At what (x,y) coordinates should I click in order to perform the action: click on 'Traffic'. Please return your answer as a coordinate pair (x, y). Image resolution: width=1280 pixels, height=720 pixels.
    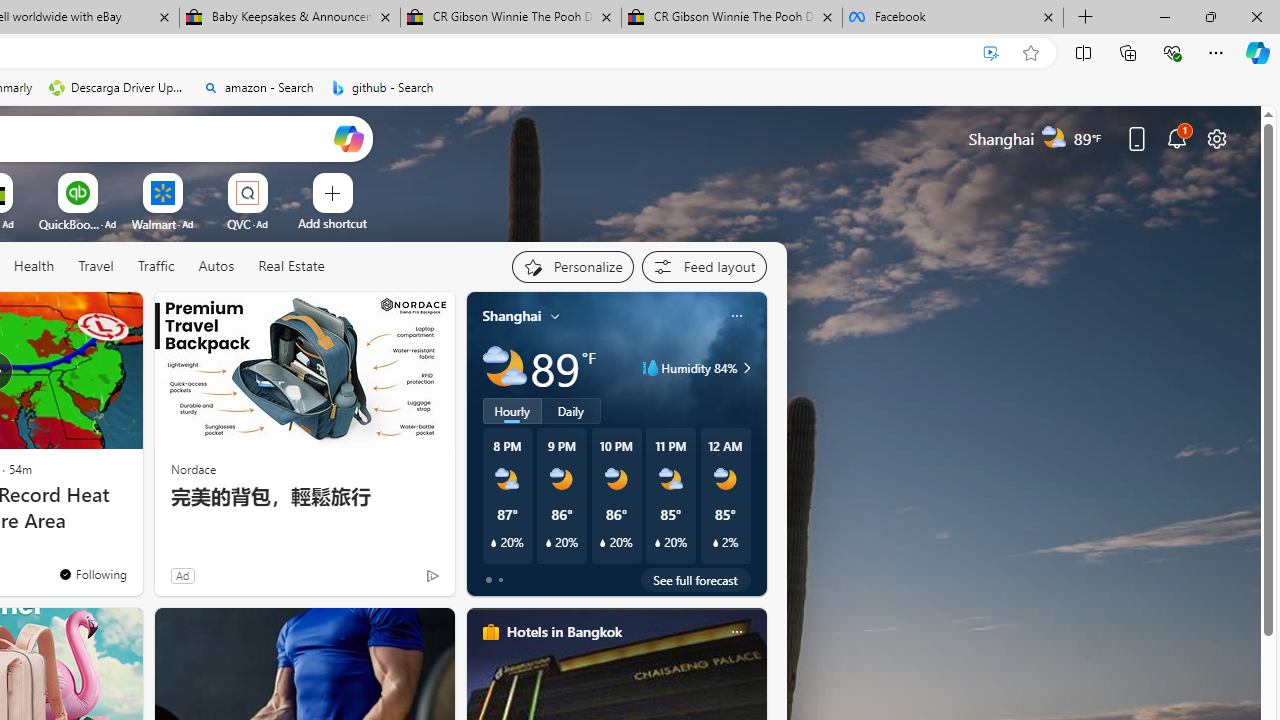
    Looking at the image, I should click on (154, 265).